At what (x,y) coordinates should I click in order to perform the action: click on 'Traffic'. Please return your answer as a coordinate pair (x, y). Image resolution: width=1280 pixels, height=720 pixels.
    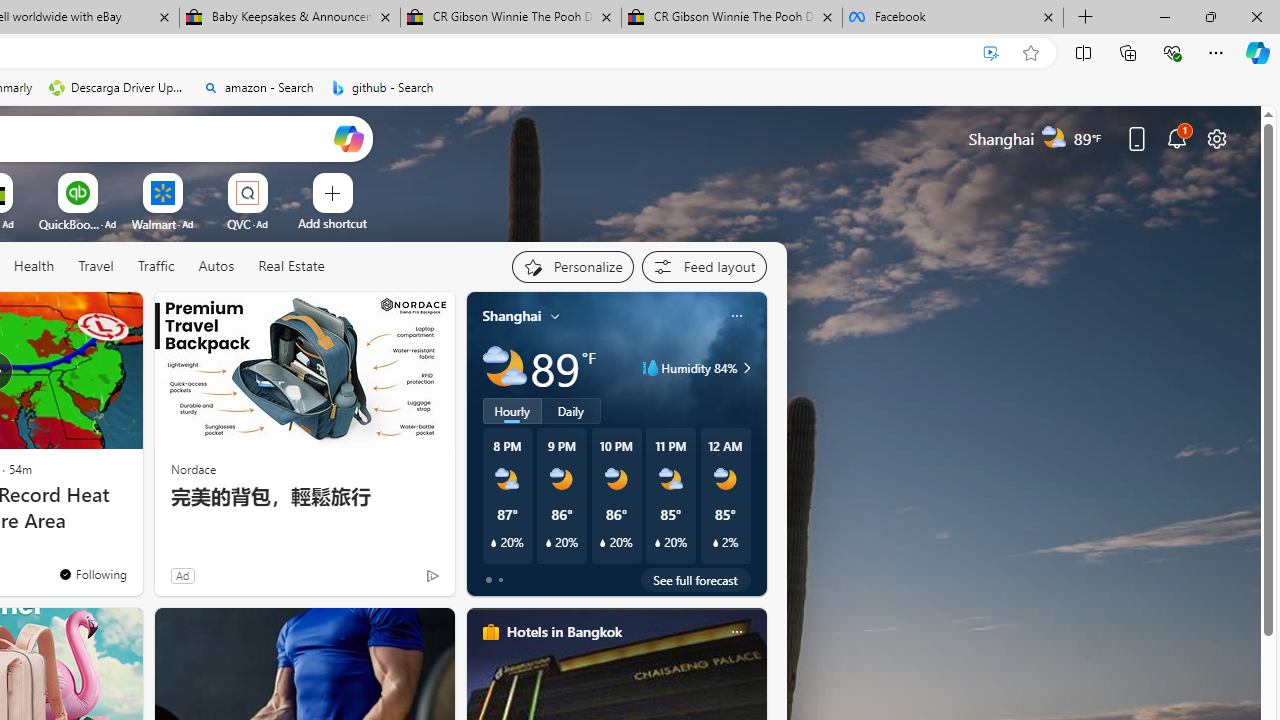
    Looking at the image, I should click on (154, 265).